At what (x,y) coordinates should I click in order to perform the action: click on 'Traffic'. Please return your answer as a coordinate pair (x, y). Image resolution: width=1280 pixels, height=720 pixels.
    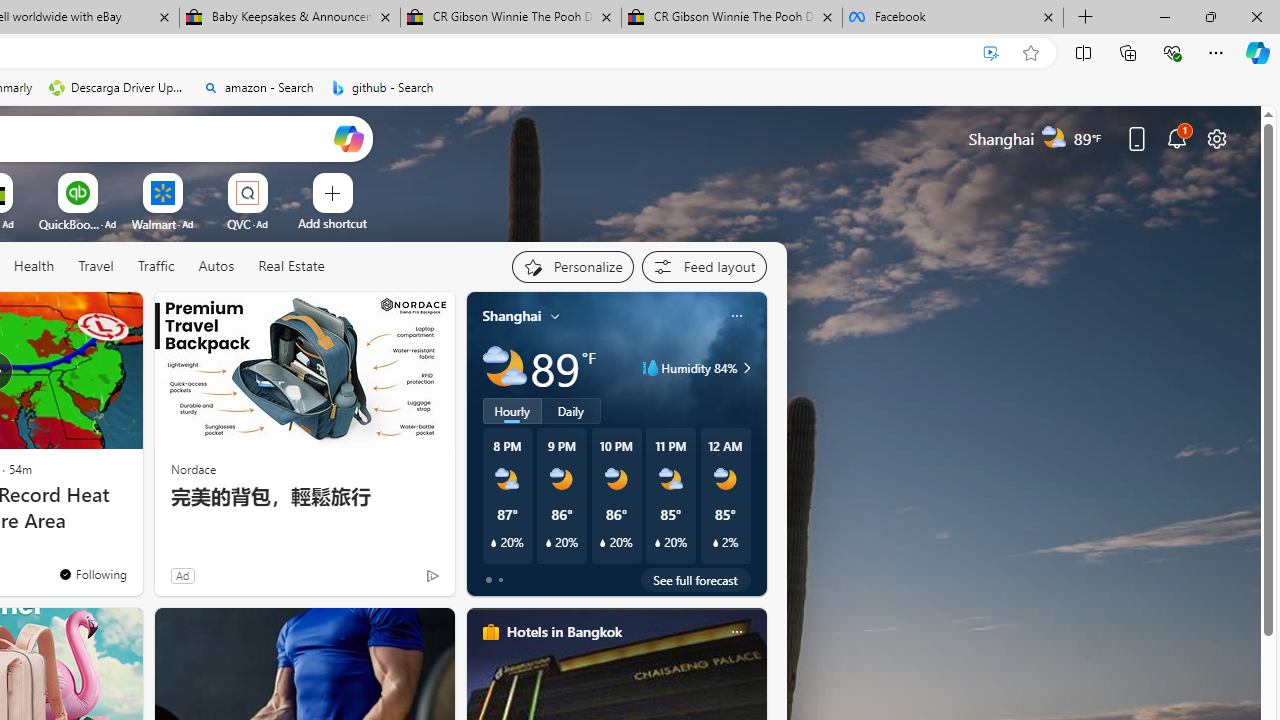
    Looking at the image, I should click on (154, 265).